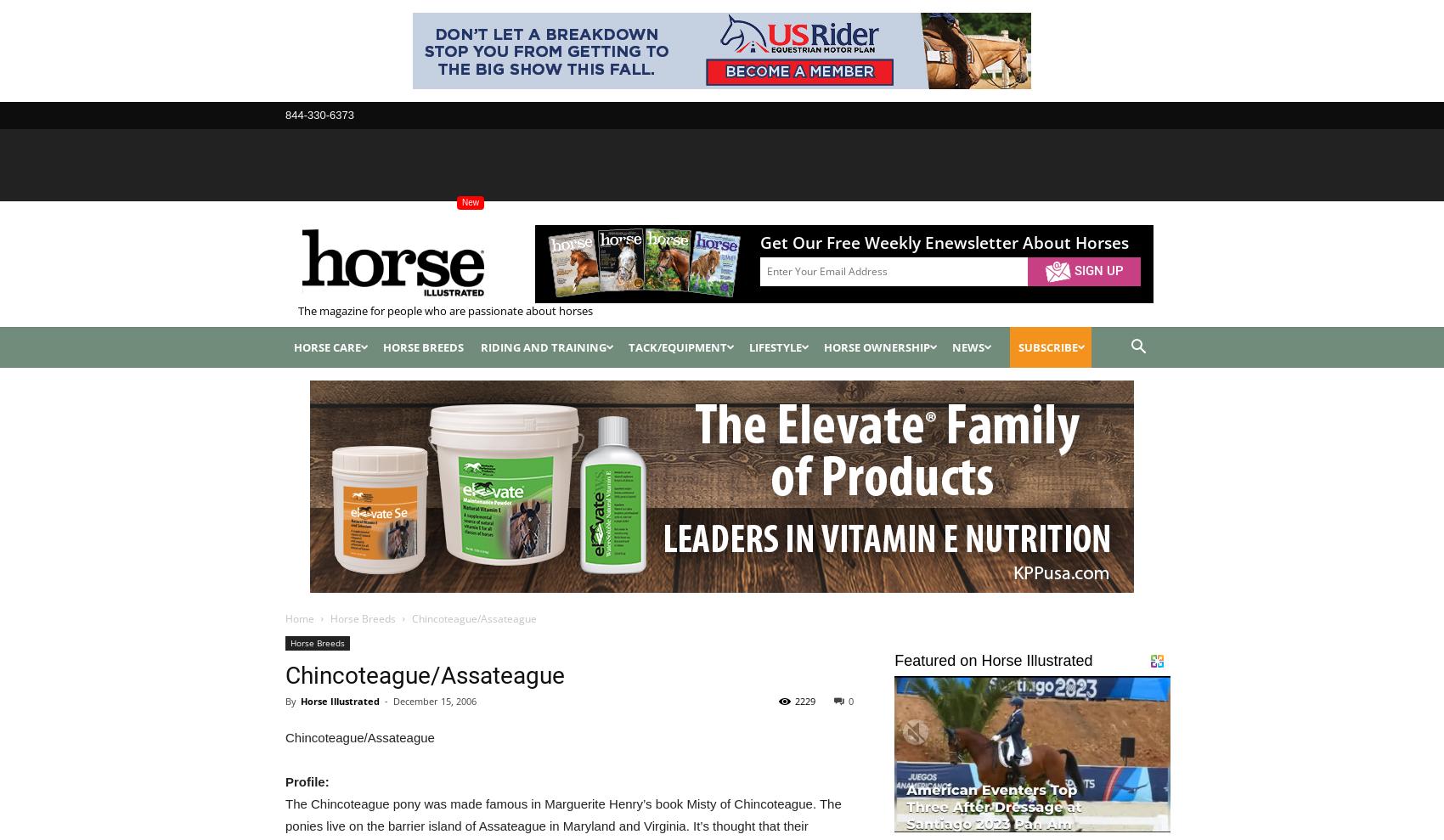 The image size is (1444, 840). I want to click on 'Search', so click(720, 98).